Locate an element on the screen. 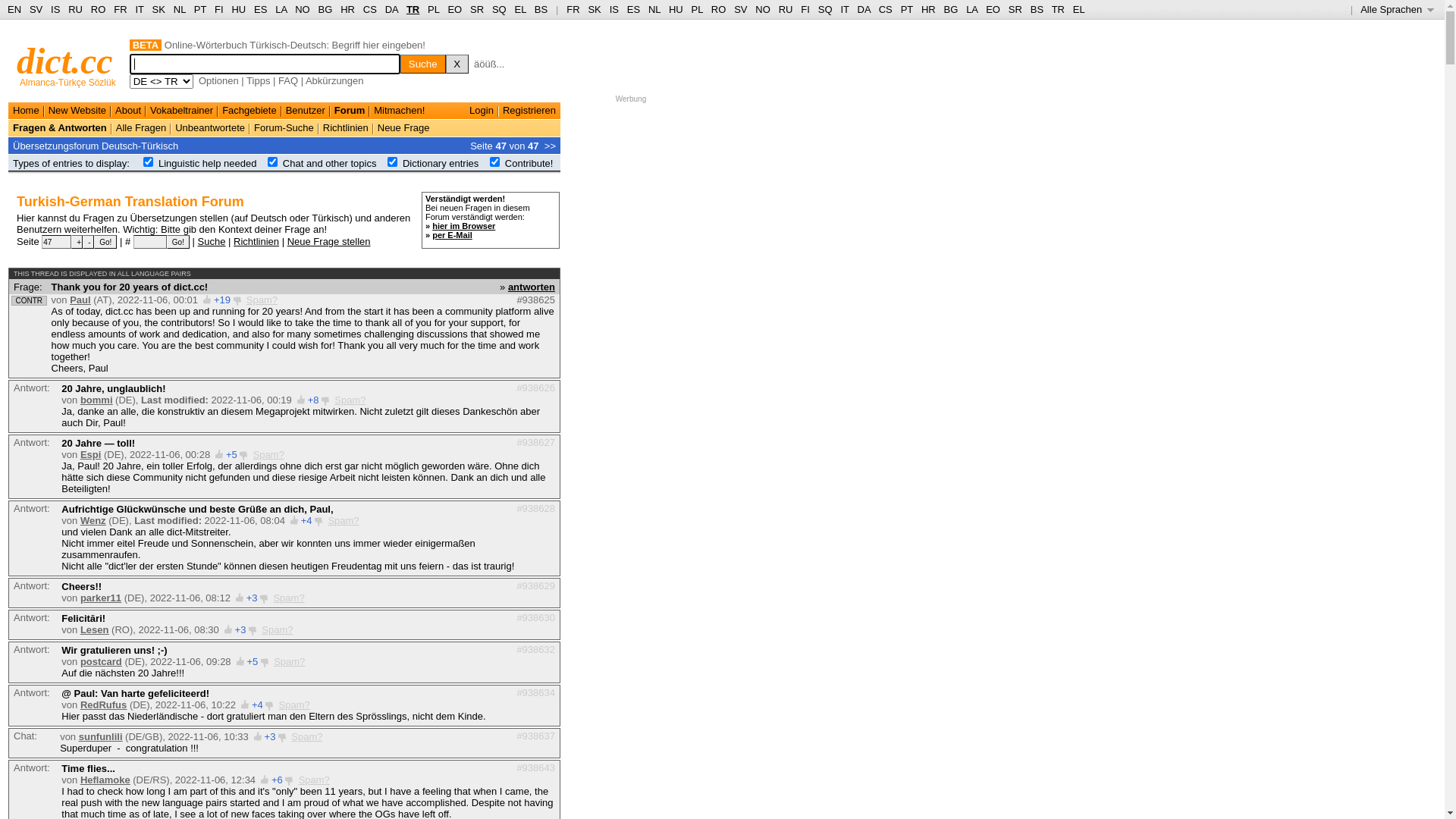 This screenshot has height=819, width=1456. 'SR' is located at coordinates (475, 9).